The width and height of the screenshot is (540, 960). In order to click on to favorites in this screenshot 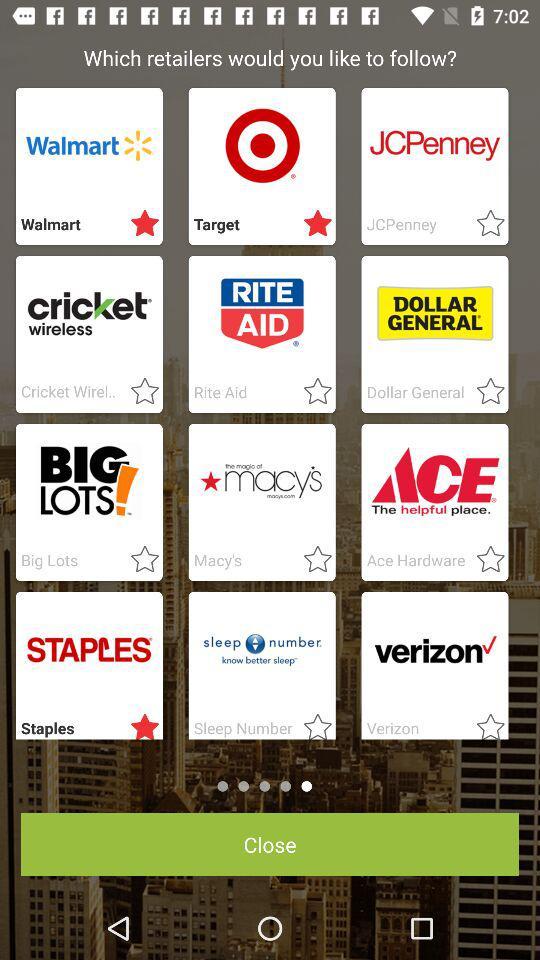, I will do `click(483, 391)`.